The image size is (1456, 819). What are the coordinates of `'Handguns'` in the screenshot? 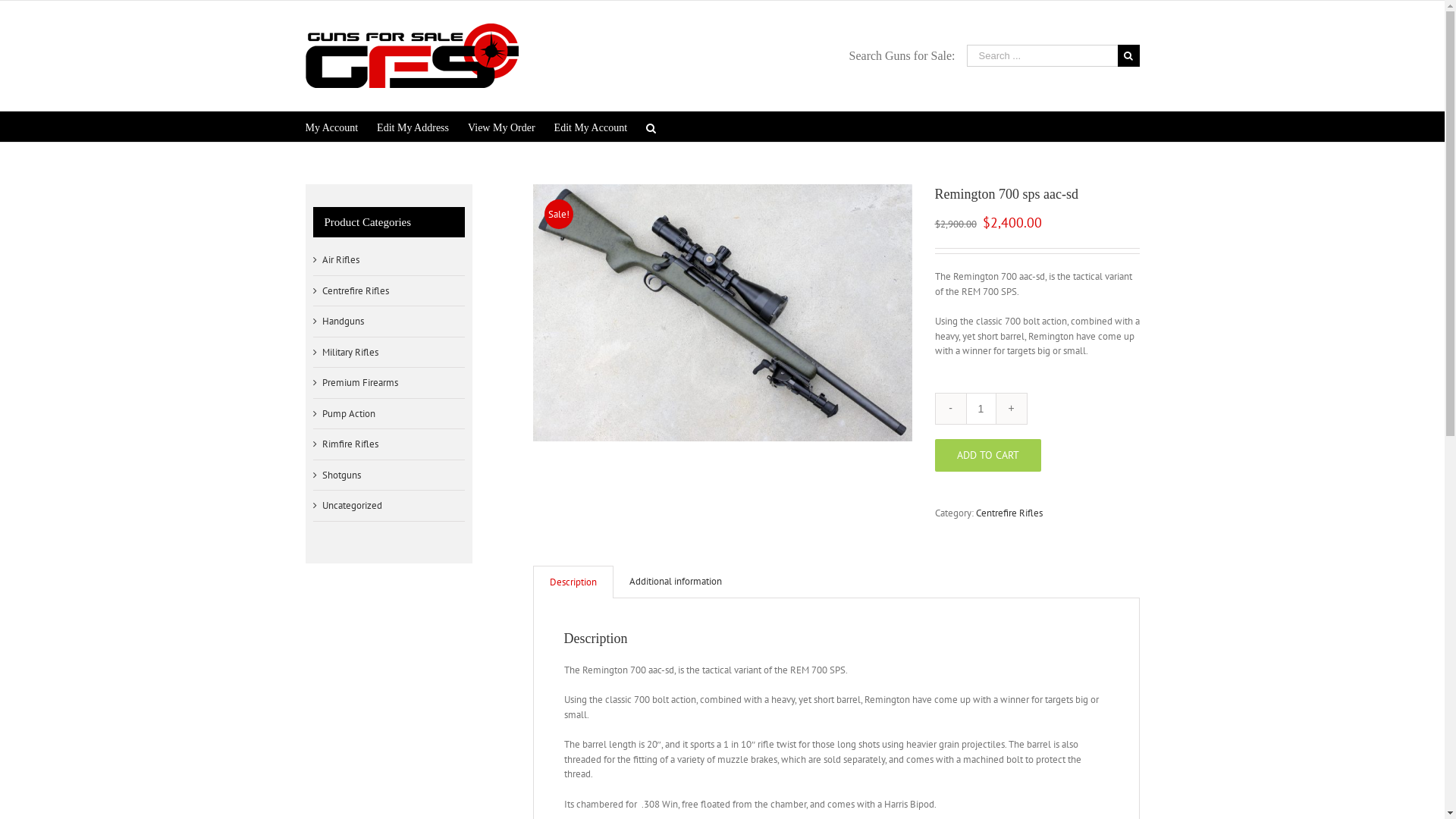 It's located at (341, 321).